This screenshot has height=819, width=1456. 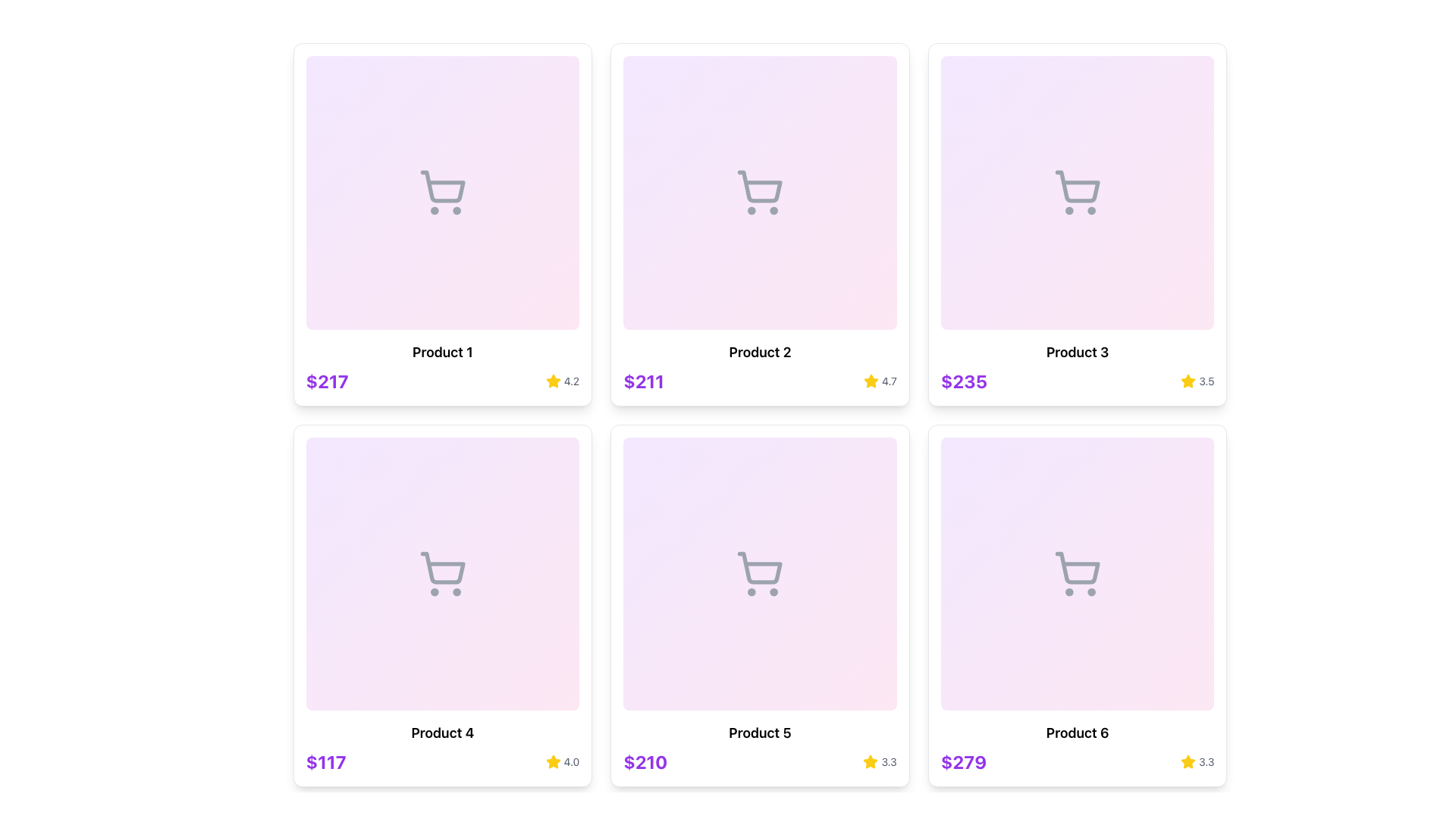 What do you see at coordinates (760, 344) in the screenshot?
I see `the Text label within the interactive overlay at the bottom of the second product card in the first row of the grid layout` at bounding box center [760, 344].